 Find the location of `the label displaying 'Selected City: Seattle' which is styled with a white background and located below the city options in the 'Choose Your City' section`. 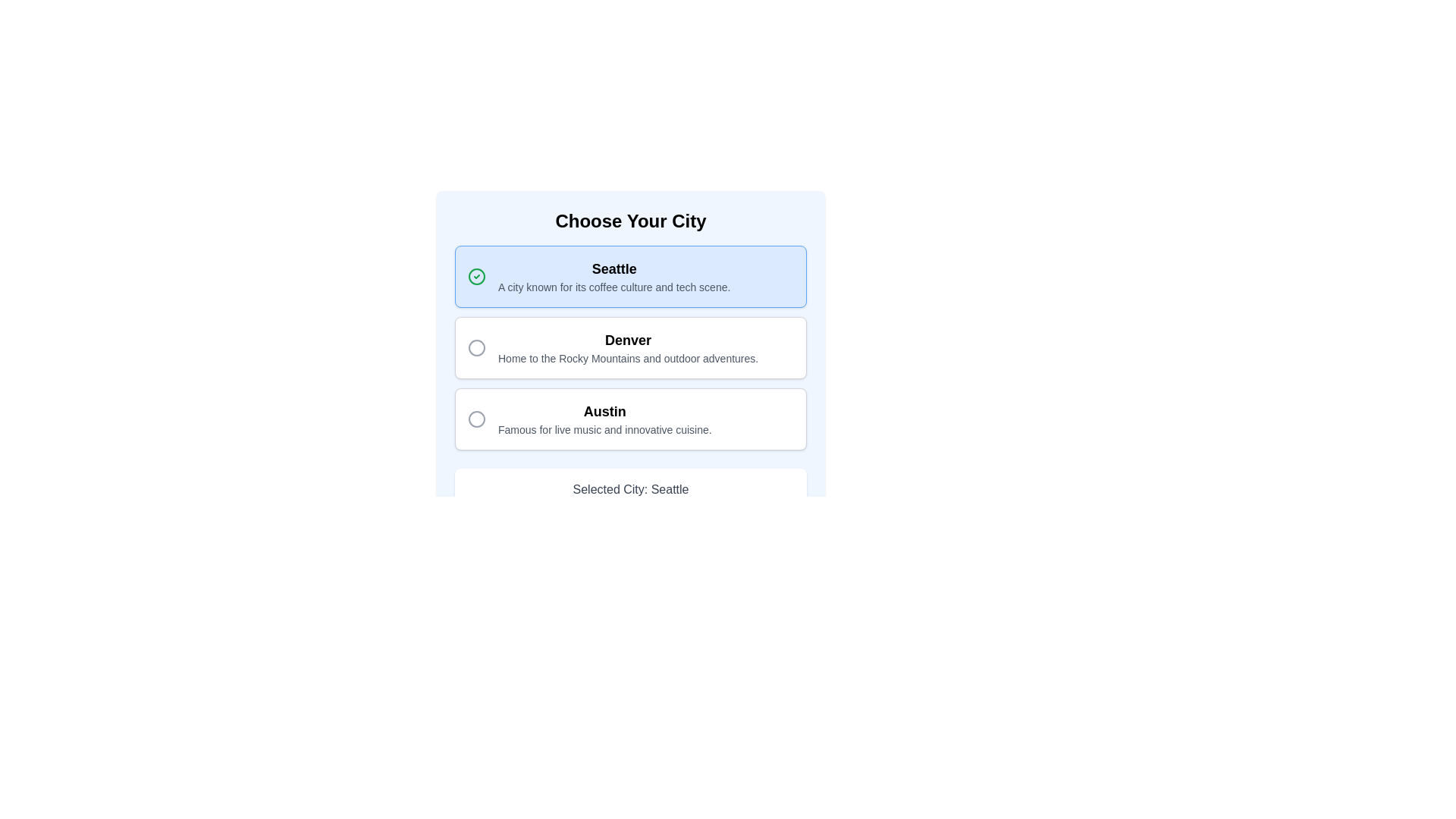

the label displaying 'Selected City: Seattle' which is styled with a white background and located below the city options in the 'Choose Your City' section is located at coordinates (630, 489).